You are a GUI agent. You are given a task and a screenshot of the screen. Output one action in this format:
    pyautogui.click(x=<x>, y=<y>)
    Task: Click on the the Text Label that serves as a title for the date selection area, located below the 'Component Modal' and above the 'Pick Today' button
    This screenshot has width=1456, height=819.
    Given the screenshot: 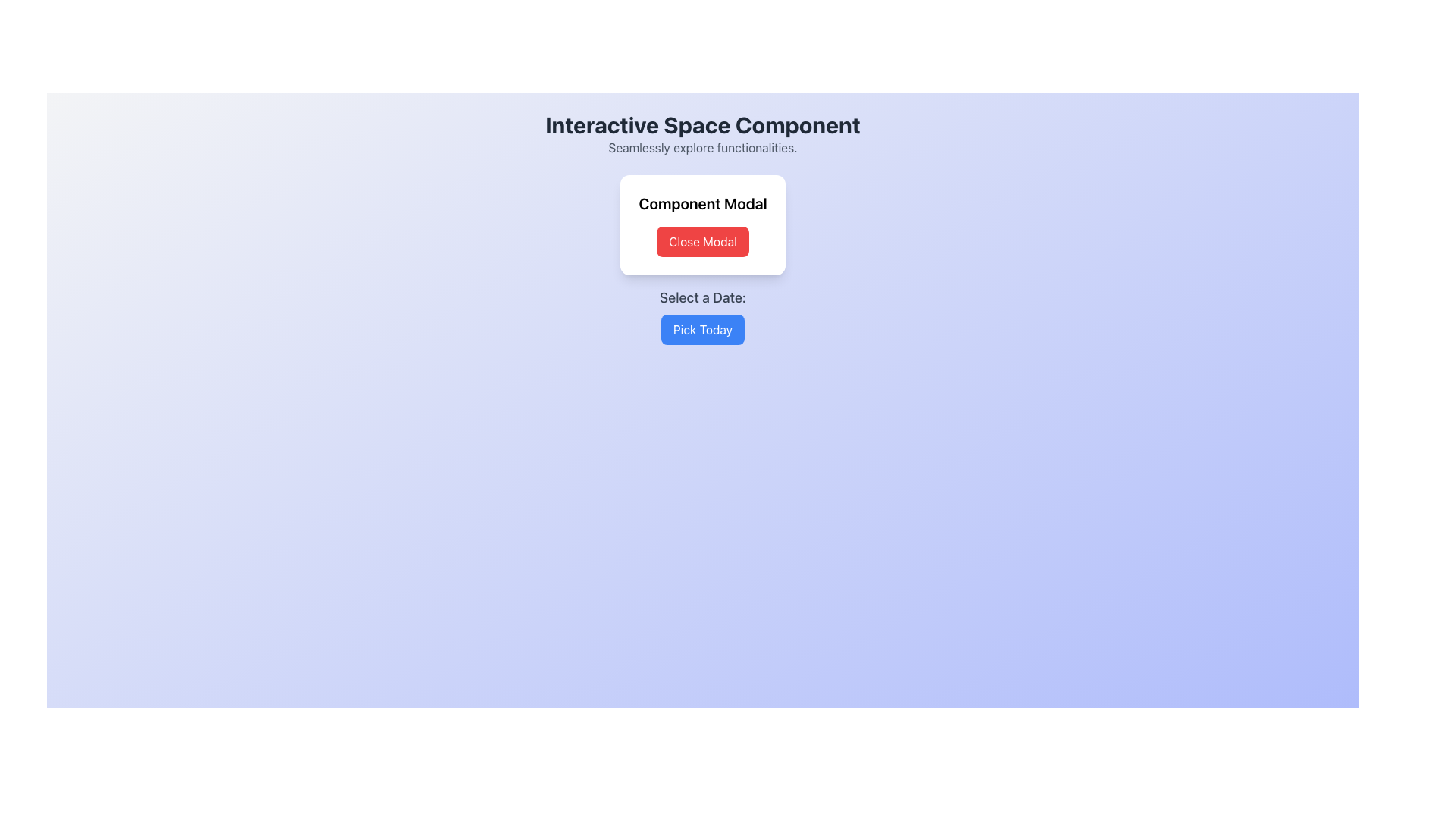 What is the action you would take?
    pyautogui.click(x=701, y=298)
    